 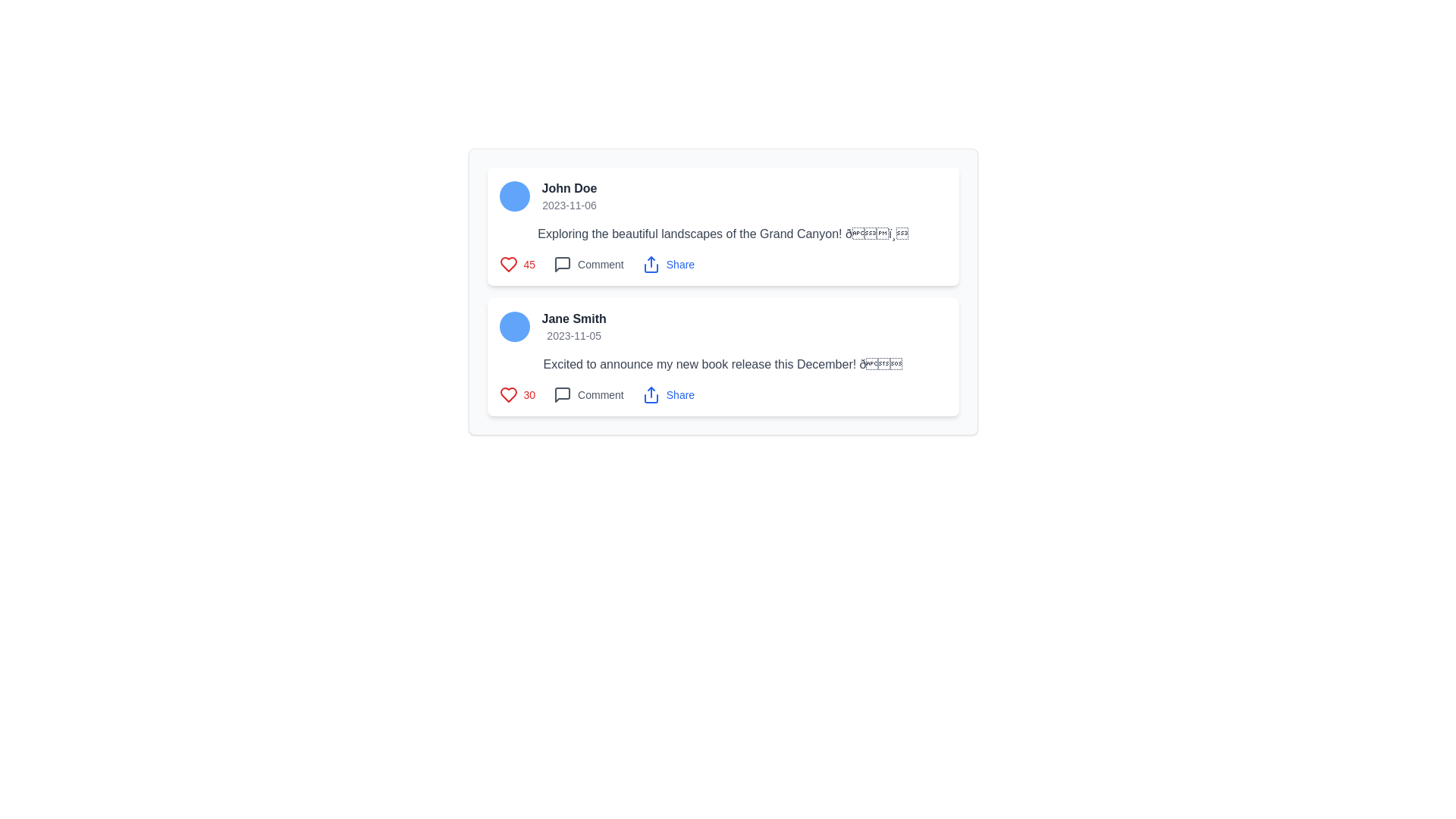 I want to click on the text label displaying the number '30', which is styled in small red font and positioned to the right of a heart-shaped icon in the lower section of the second post, so click(x=529, y=394).